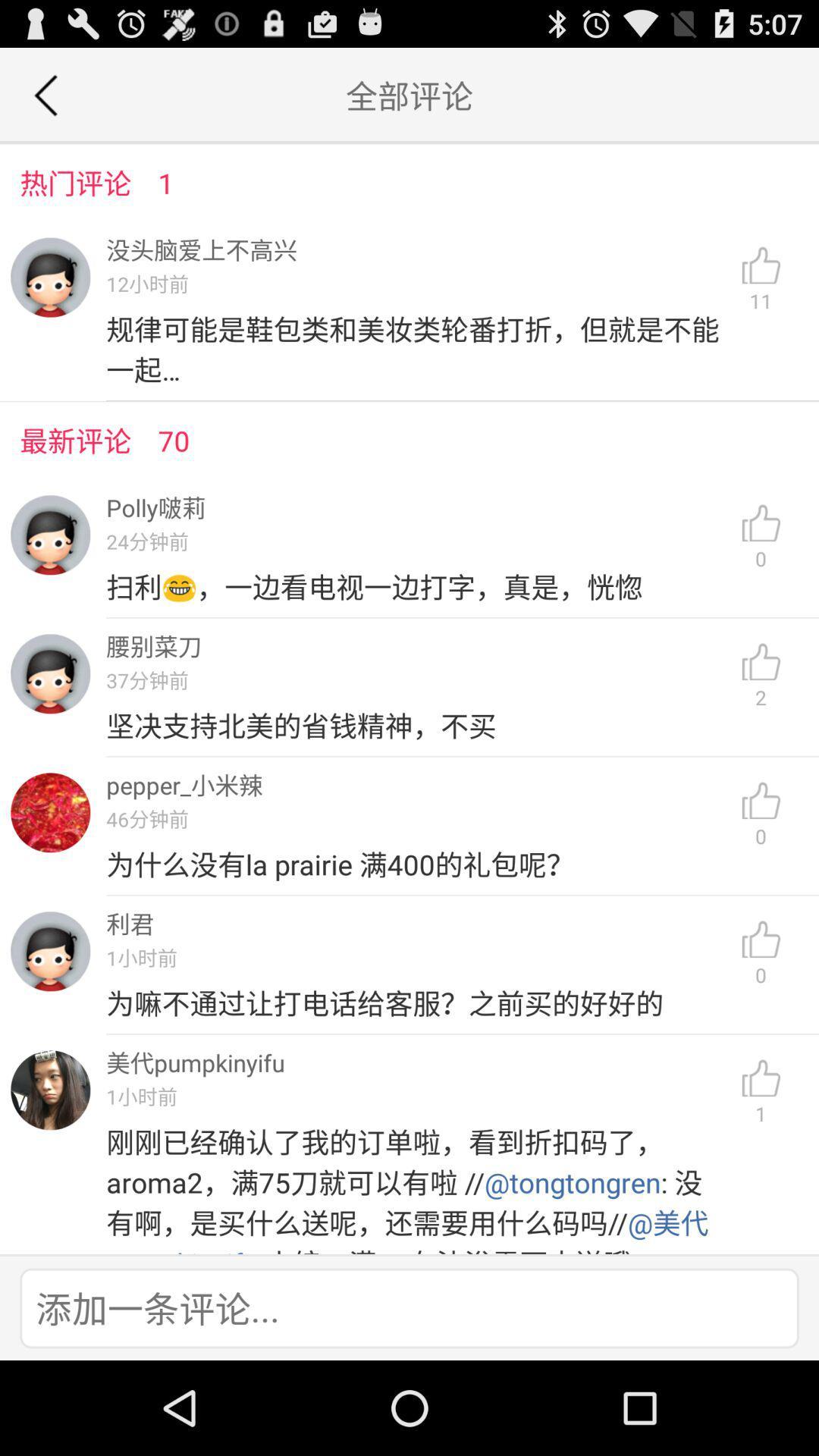  Describe the element at coordinates (761, 280) in the screenshot. I see `the 11` at that location.